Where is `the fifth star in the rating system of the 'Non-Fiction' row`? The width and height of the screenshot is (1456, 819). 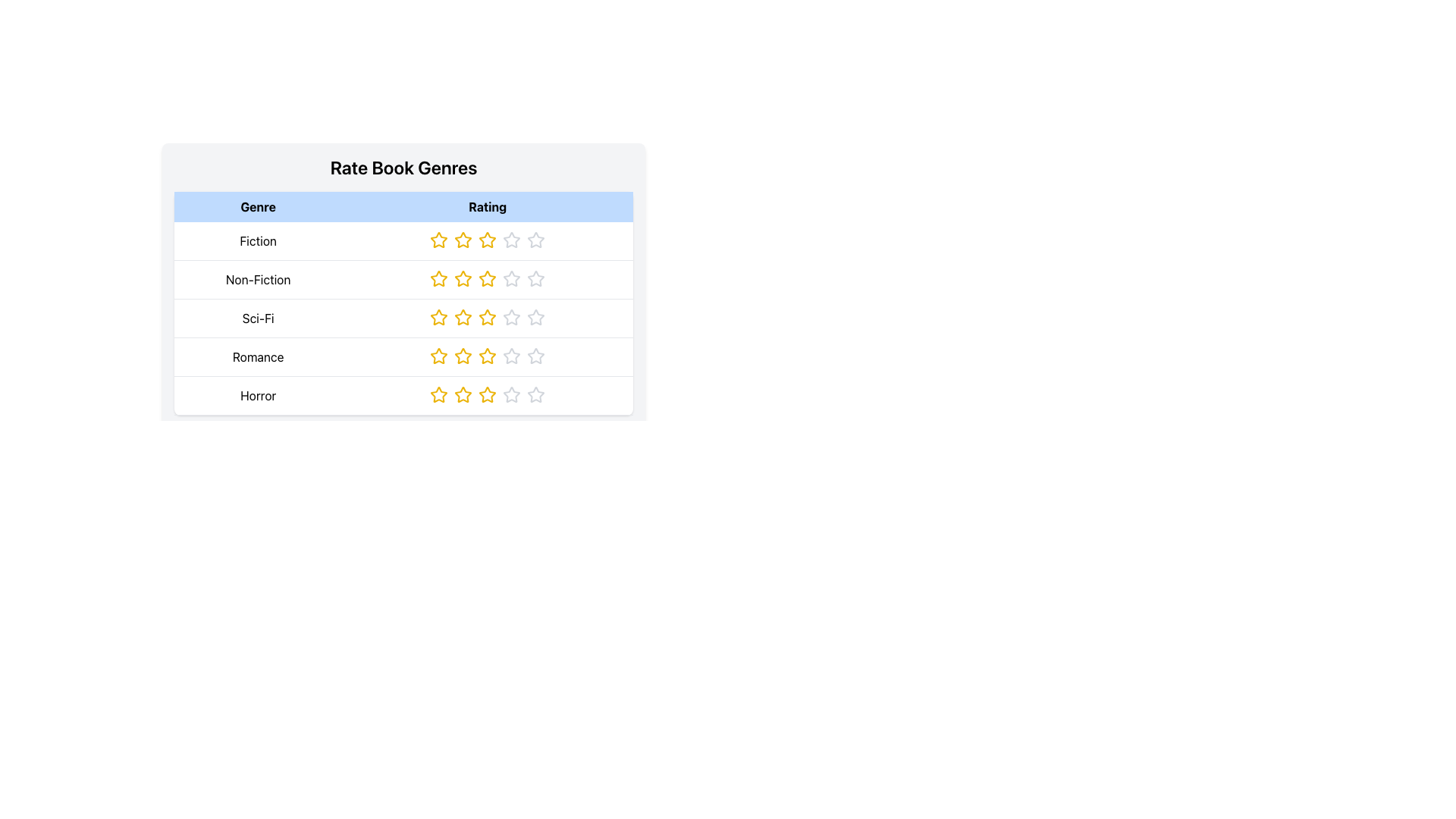 the fifth star in the rating system of the 'Non-Fiction' row is located at coordinates (536, 278).